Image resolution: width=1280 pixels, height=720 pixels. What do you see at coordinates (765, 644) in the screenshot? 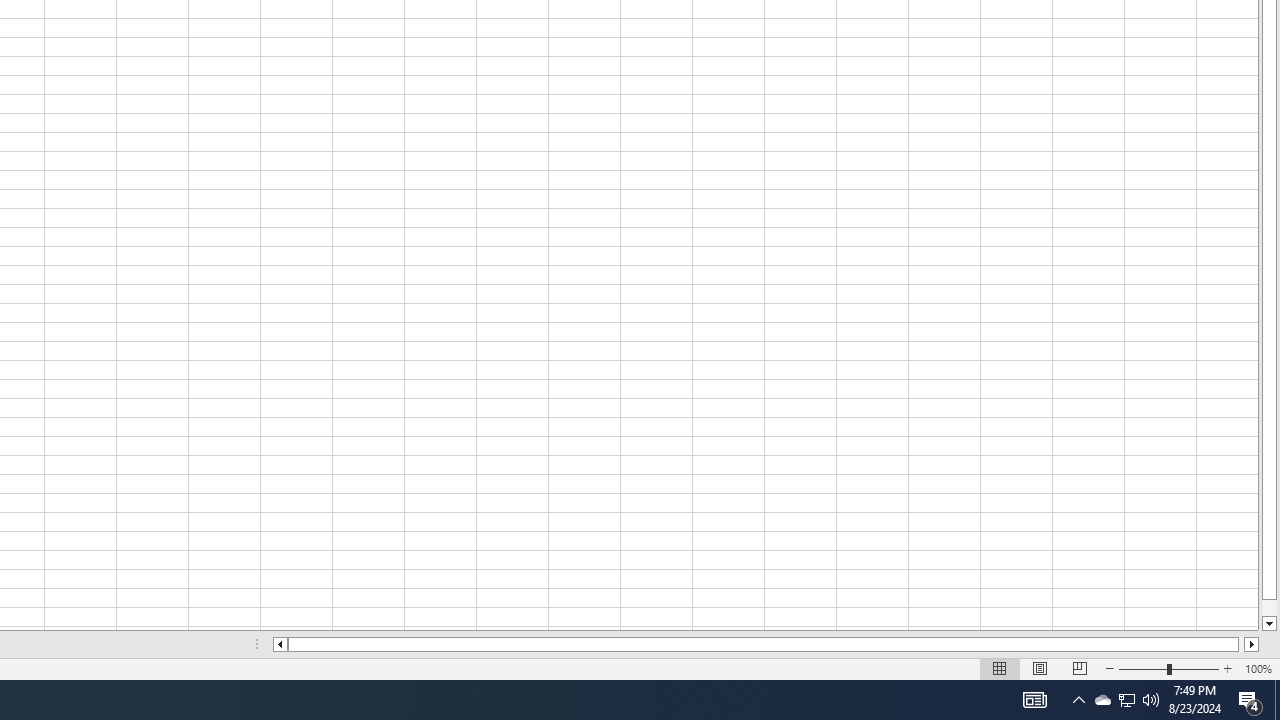
I see `'Class: NetUIScrollBar'` at bounding box center [765, 644].